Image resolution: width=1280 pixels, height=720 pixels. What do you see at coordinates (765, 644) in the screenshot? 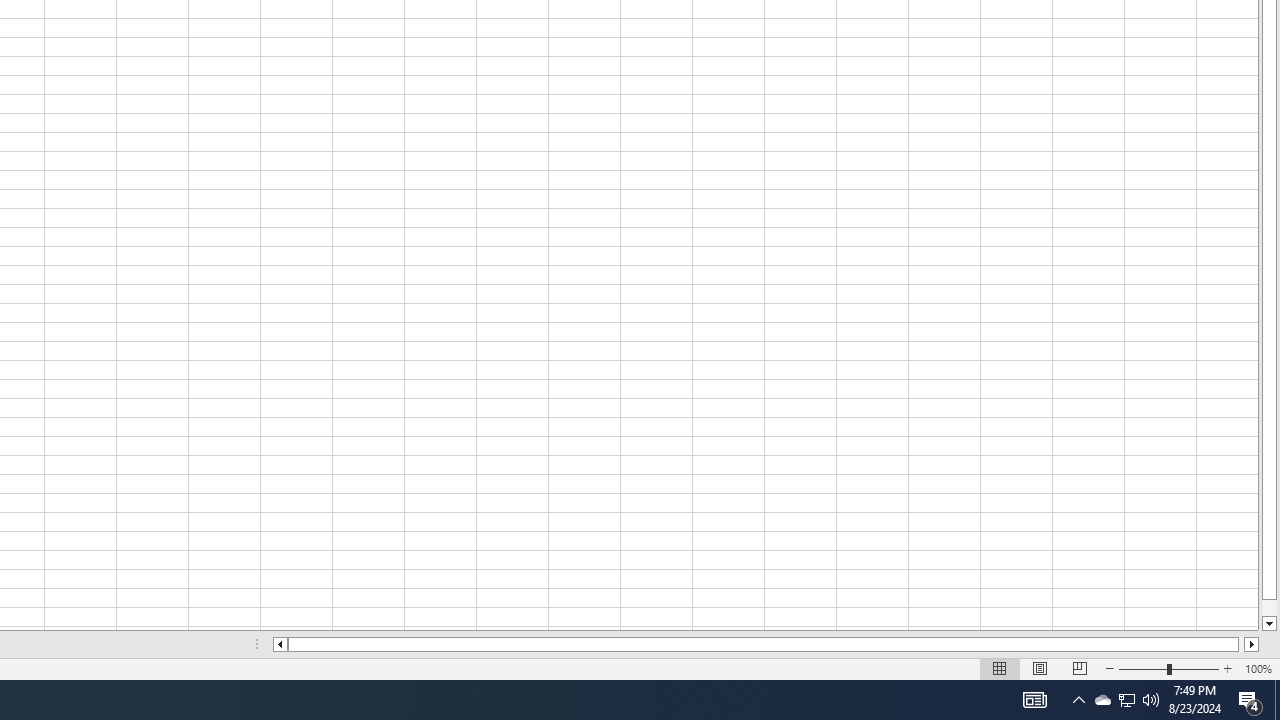
I see `'Class: NetUIScrollBar'` at bounding box center [765, 644].